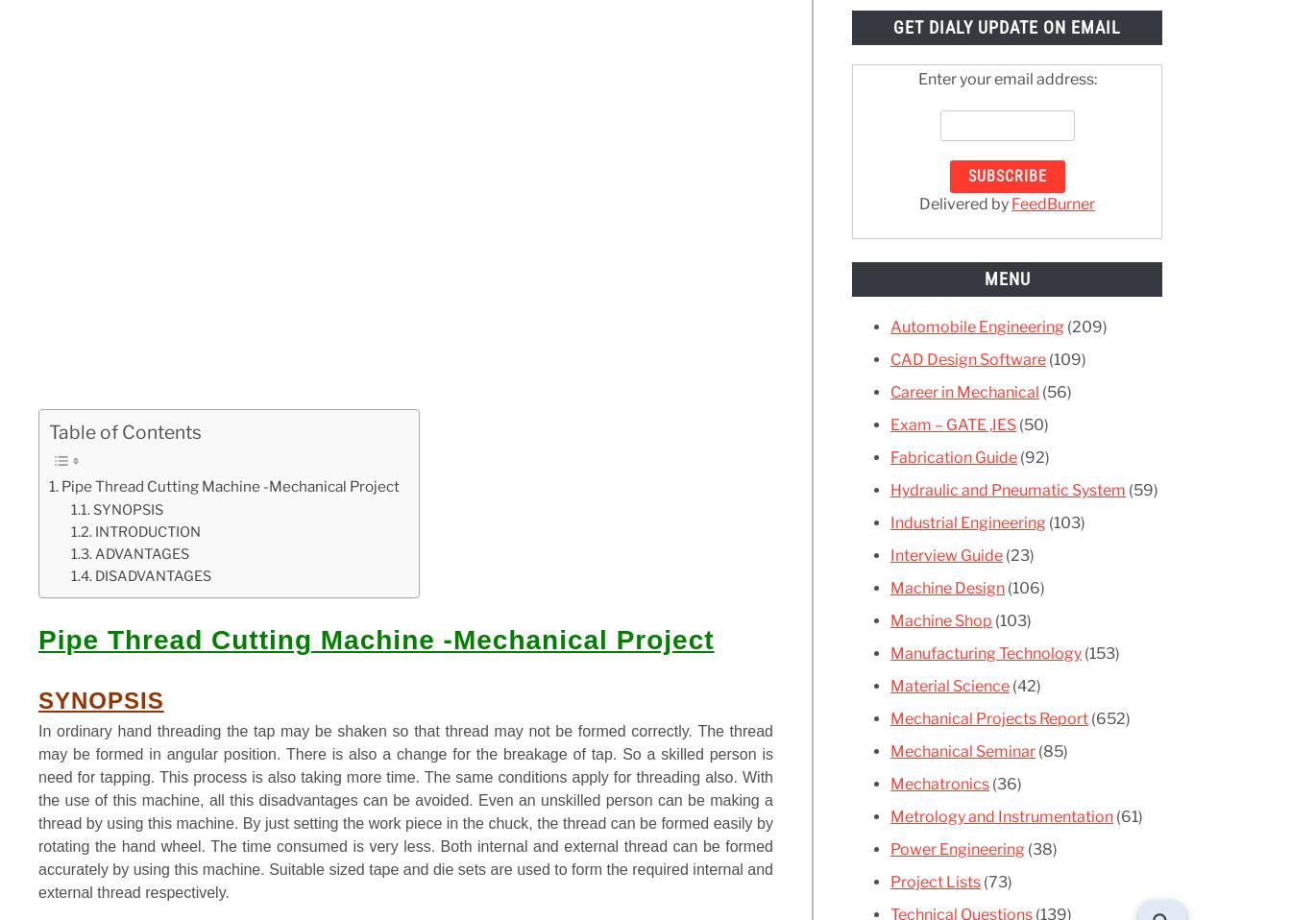 The height and width of the screenshot is (920, 1316). What do you see at coordinates (1032, 456) in the screenshot?
I see `'(92)'` at bounding box center [1032, 456].